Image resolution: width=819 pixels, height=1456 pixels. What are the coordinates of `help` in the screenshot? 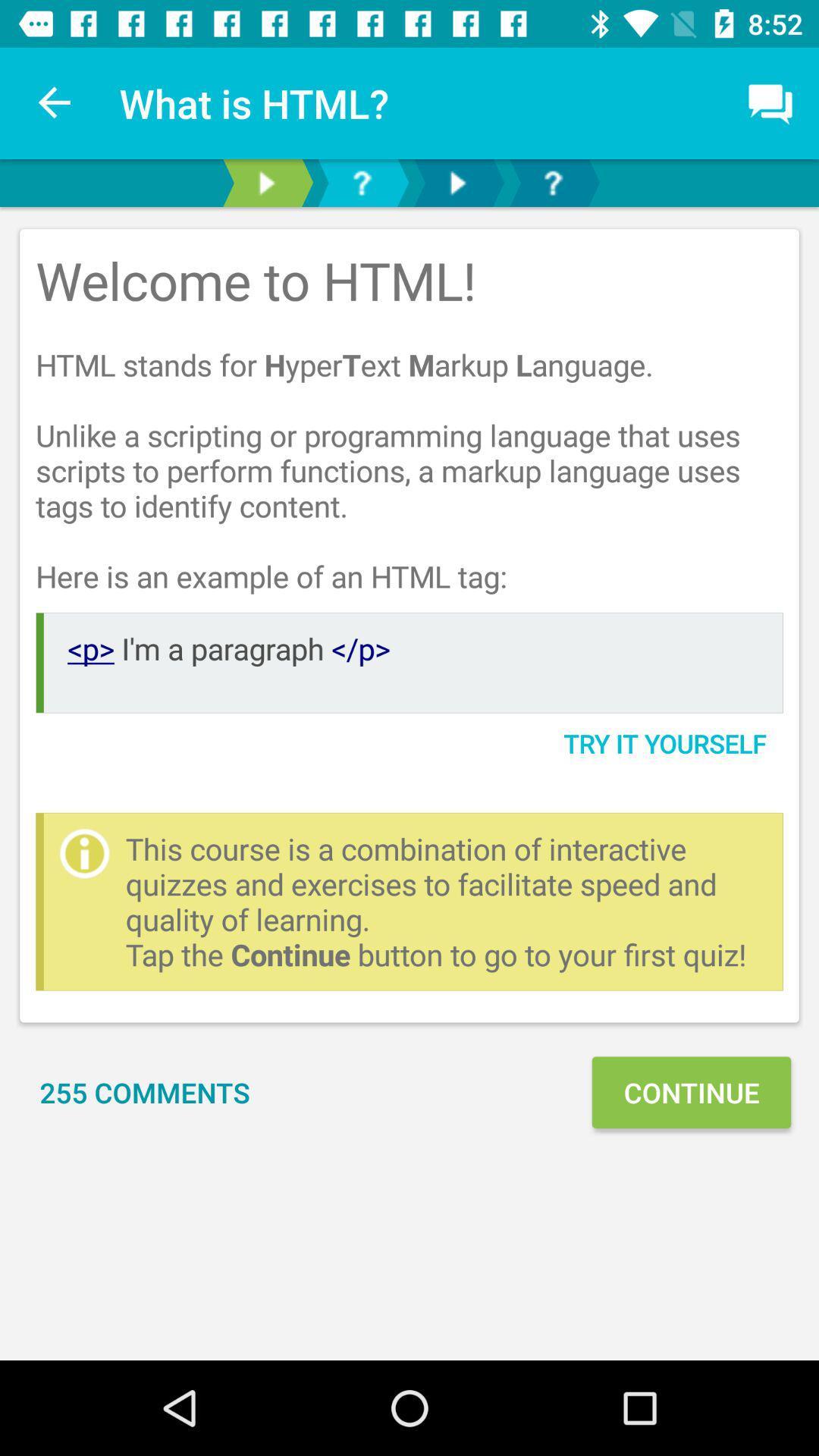 It's located at (553, 182).